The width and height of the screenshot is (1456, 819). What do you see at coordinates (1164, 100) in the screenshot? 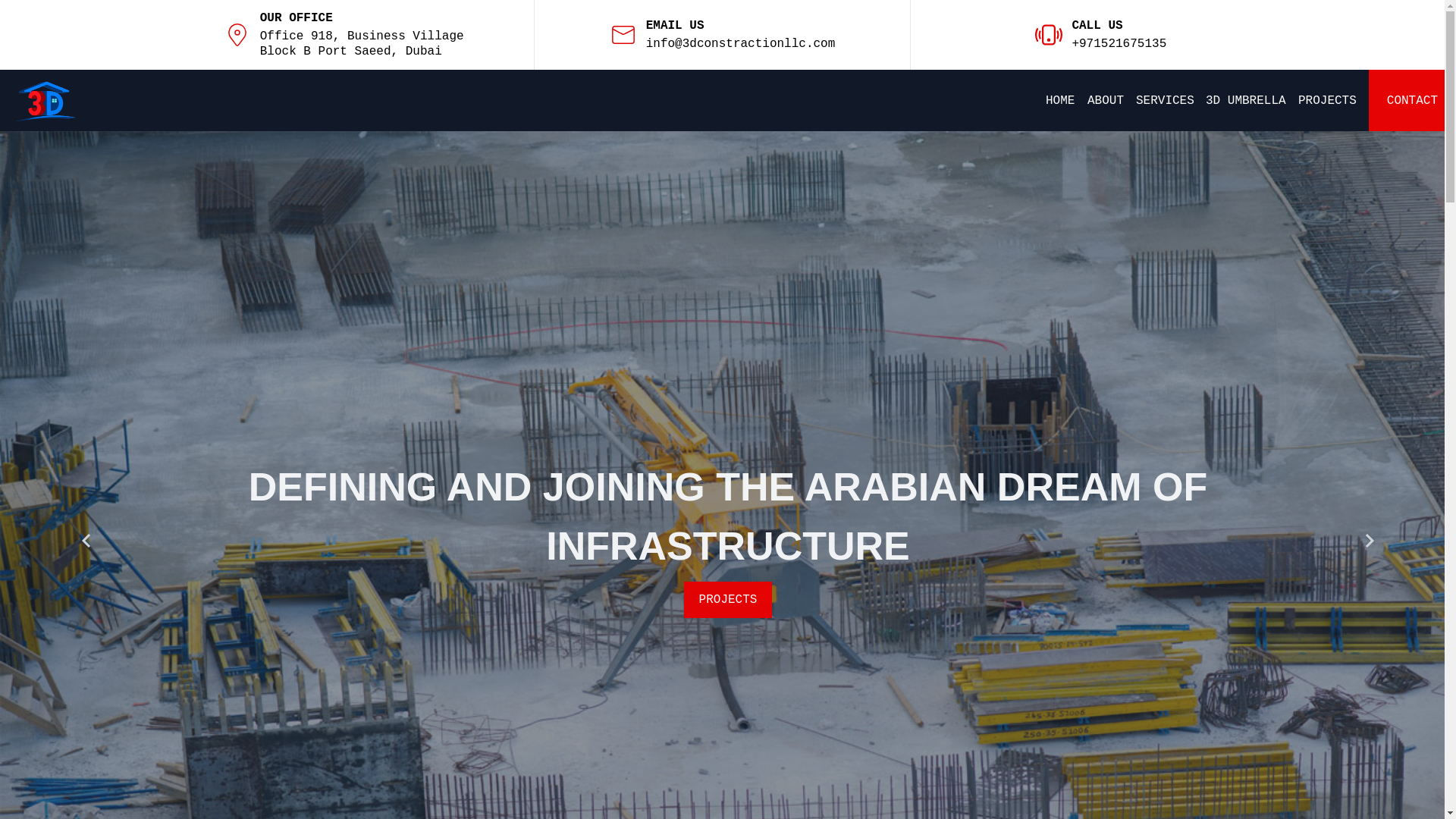
I see `'SERVICES'` at bounding box center [1164, 100].